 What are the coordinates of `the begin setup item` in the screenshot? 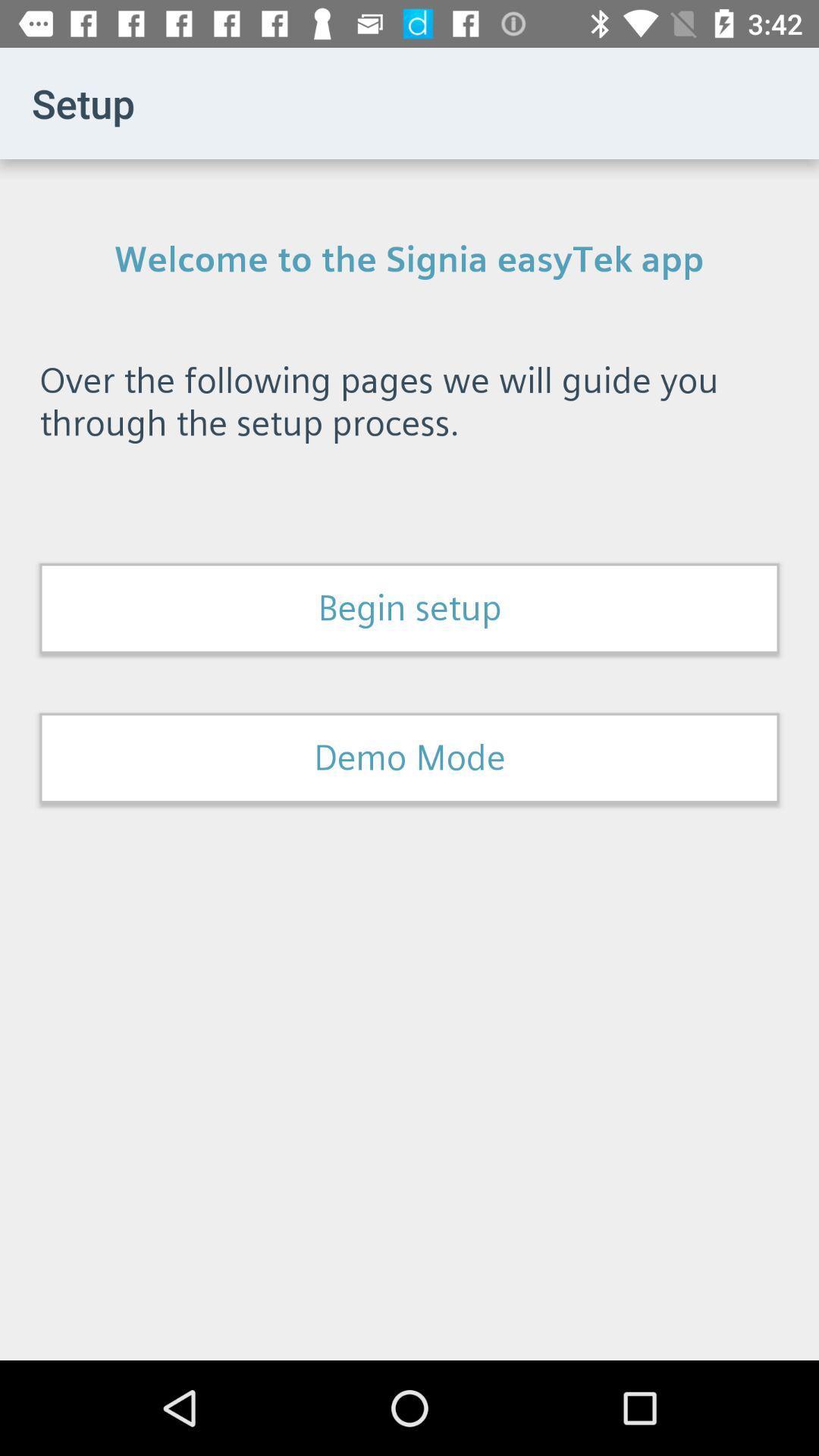 It's located at (409, 608).